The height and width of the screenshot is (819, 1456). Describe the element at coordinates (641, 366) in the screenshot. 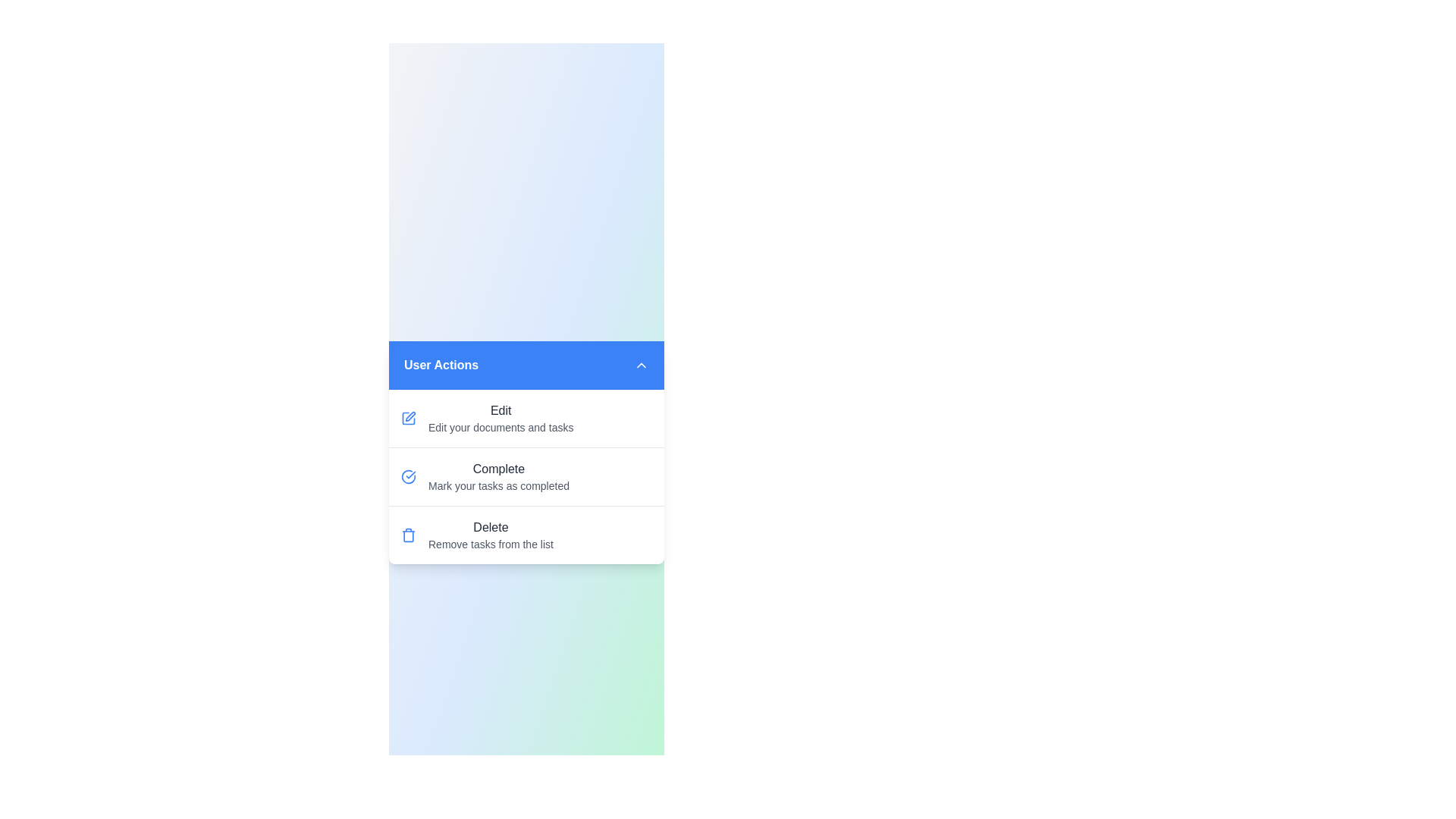

I see `toggle button to expand or collapse the menu` at that location.